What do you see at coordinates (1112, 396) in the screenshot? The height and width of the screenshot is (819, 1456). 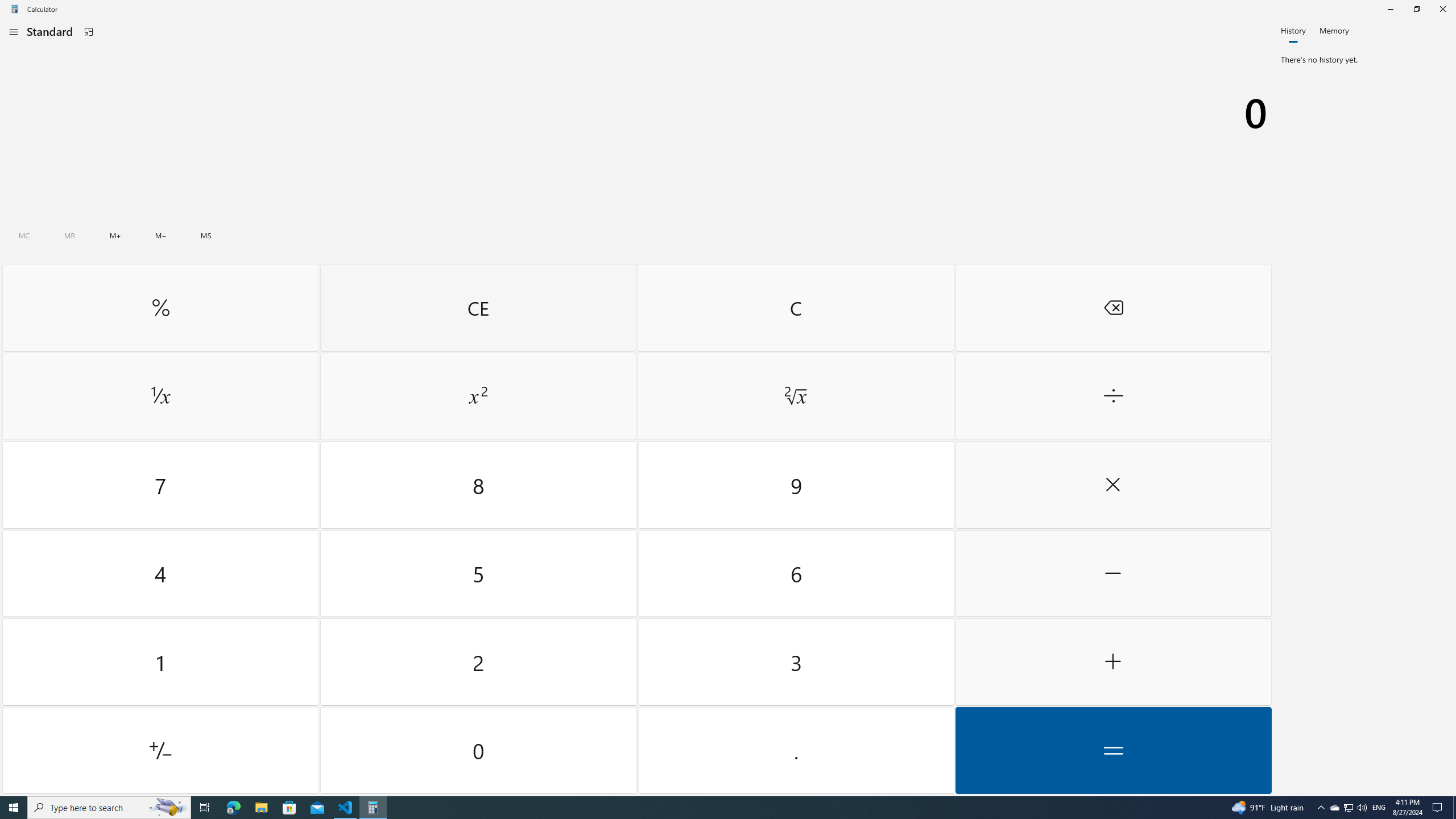 I see `'Divide by'` at bounding box center [1112, 396].